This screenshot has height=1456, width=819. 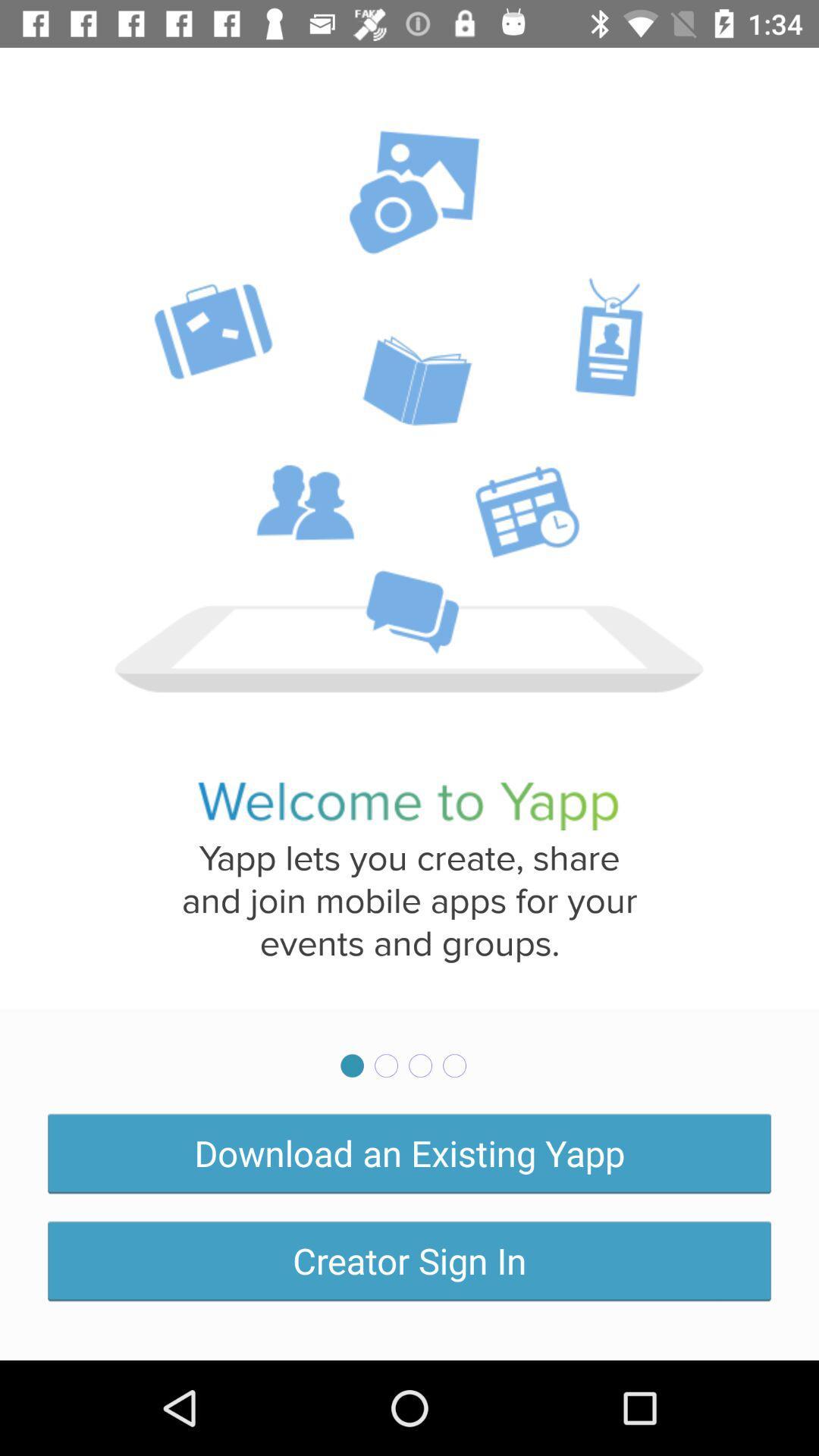 I want to click on creator sign in icon, so click(x=409, y=1260).